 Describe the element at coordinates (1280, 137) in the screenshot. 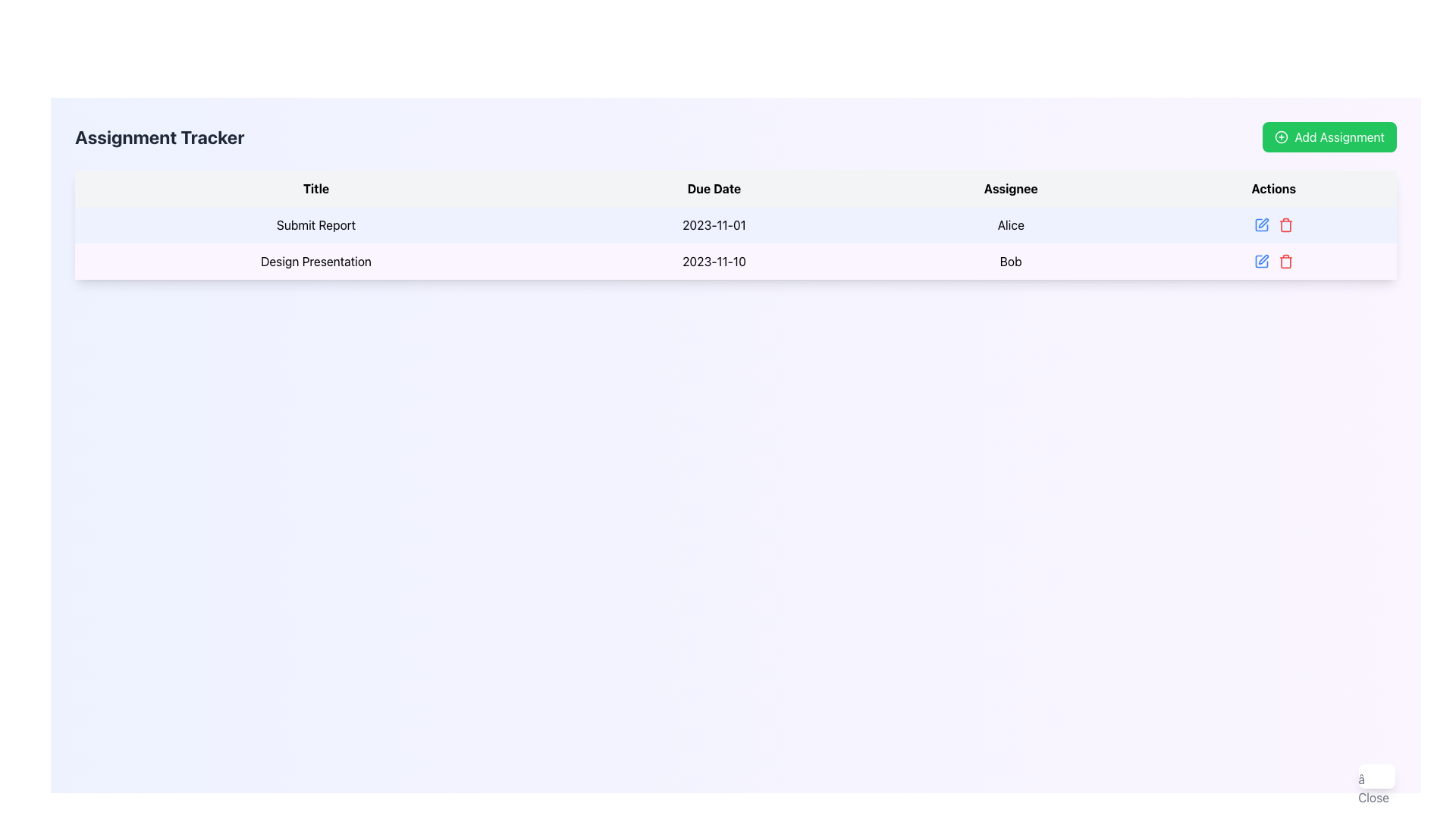

I see `the graphic component of the 'Add Assignment' button, which is an SVG icon featuring a circle and a plus sign, located at the top-right corner of the interface` at that location.